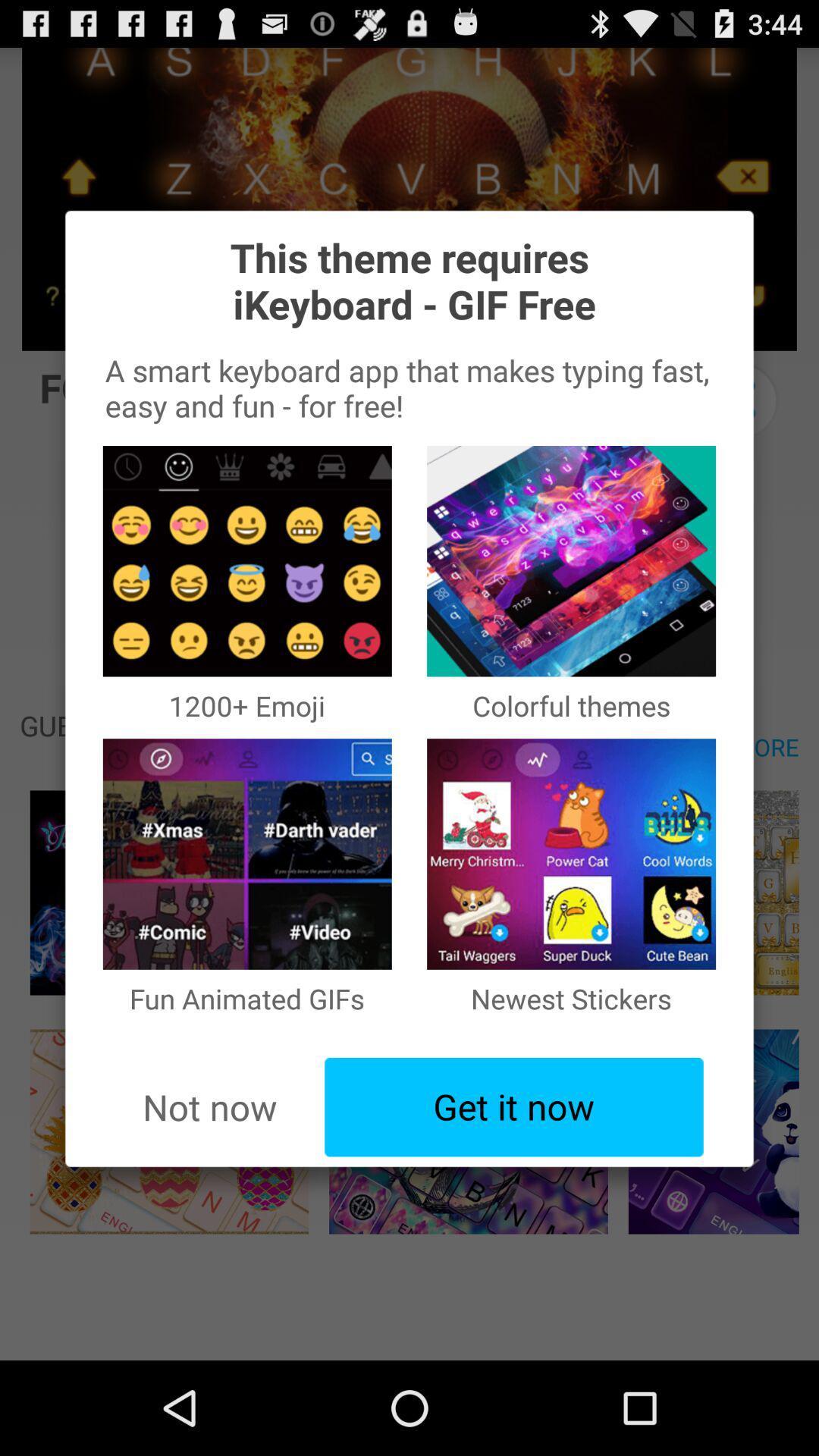 Image resolution: width=819 pixels, height=1456 pixels. What do you see at coordinates (513, 1107) in the screenshot?
I see `the get it now` at bounding box center [513, 1107].